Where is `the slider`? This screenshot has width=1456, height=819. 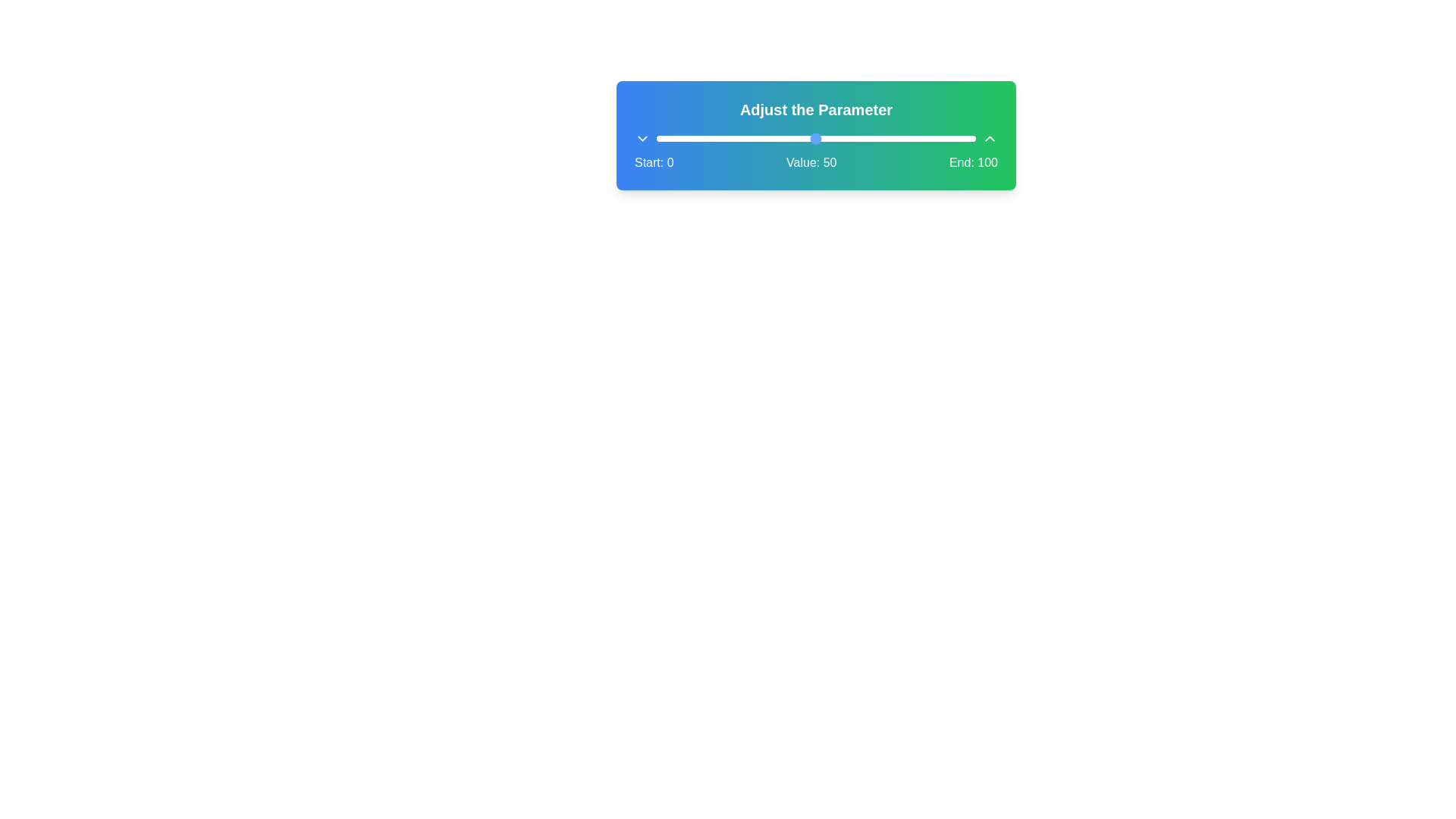
the slider is located at coordinates (924, 138).